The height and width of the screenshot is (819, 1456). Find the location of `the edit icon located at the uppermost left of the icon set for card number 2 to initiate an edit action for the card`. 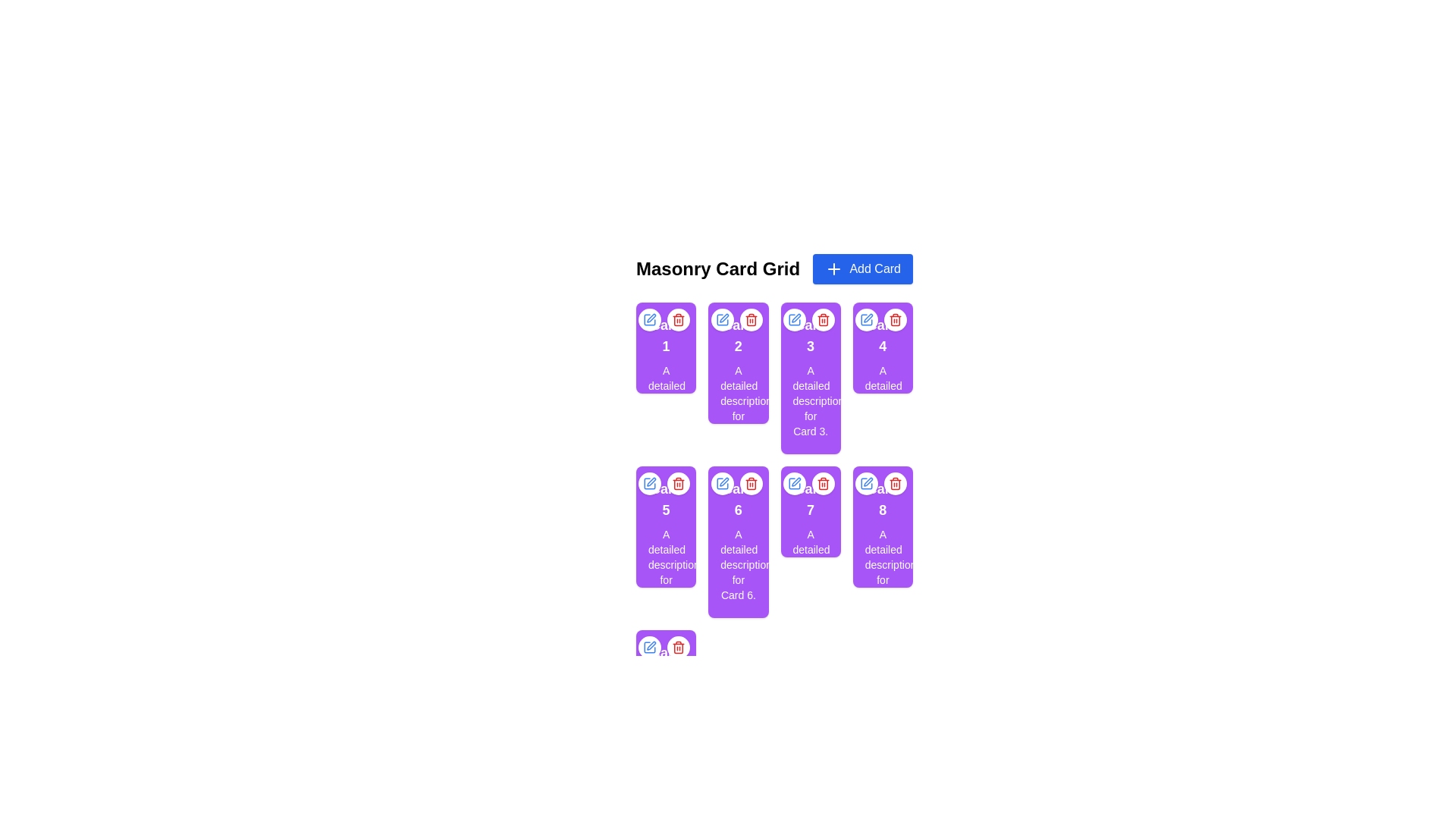

the edit icon located at the uppermost left of the icon set for card number 2 to initiate an edit action for the card is located at coordinates (721, 318).